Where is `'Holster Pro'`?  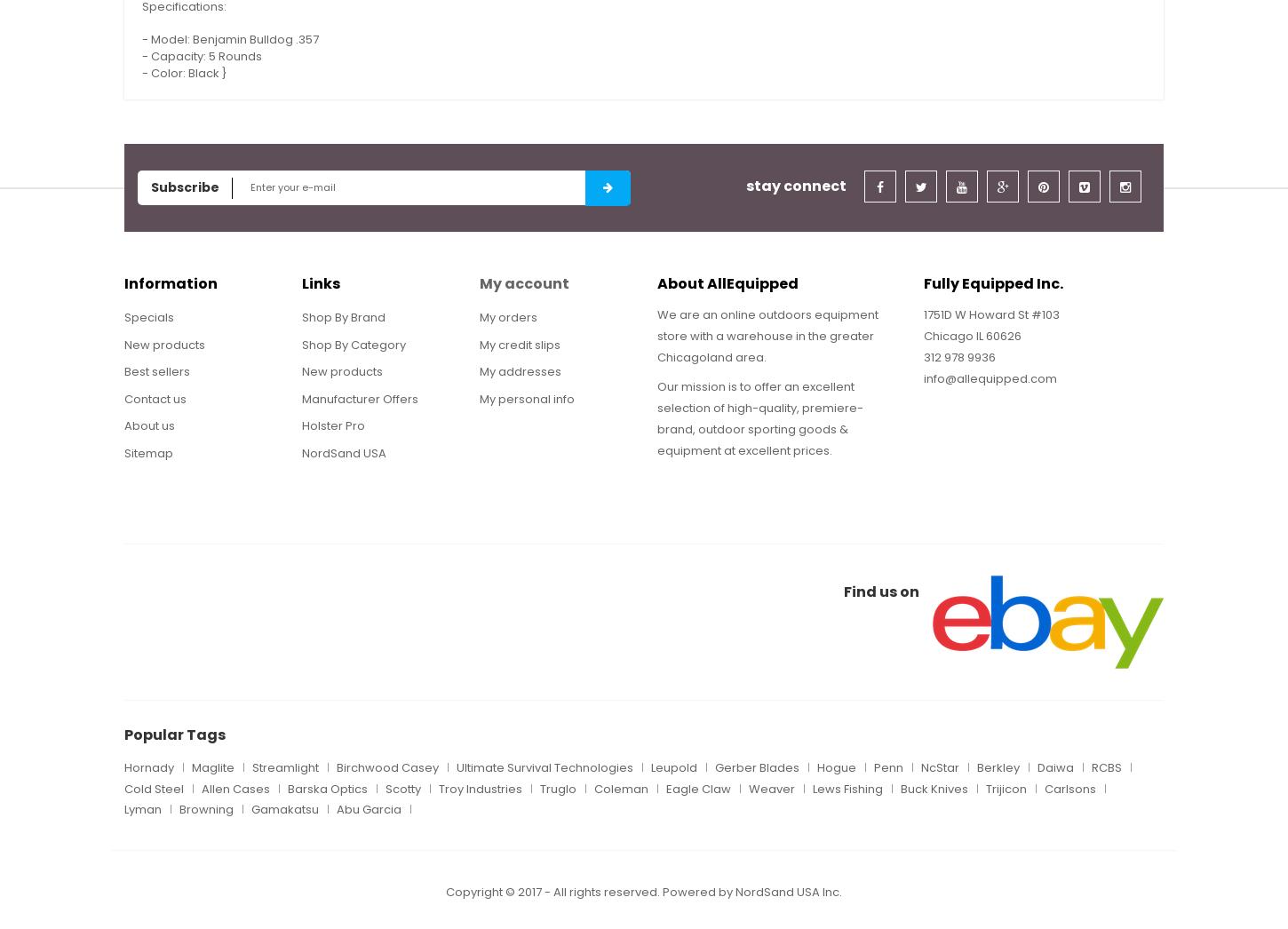 'Holster Pro' is located at coordinates (332, 425).